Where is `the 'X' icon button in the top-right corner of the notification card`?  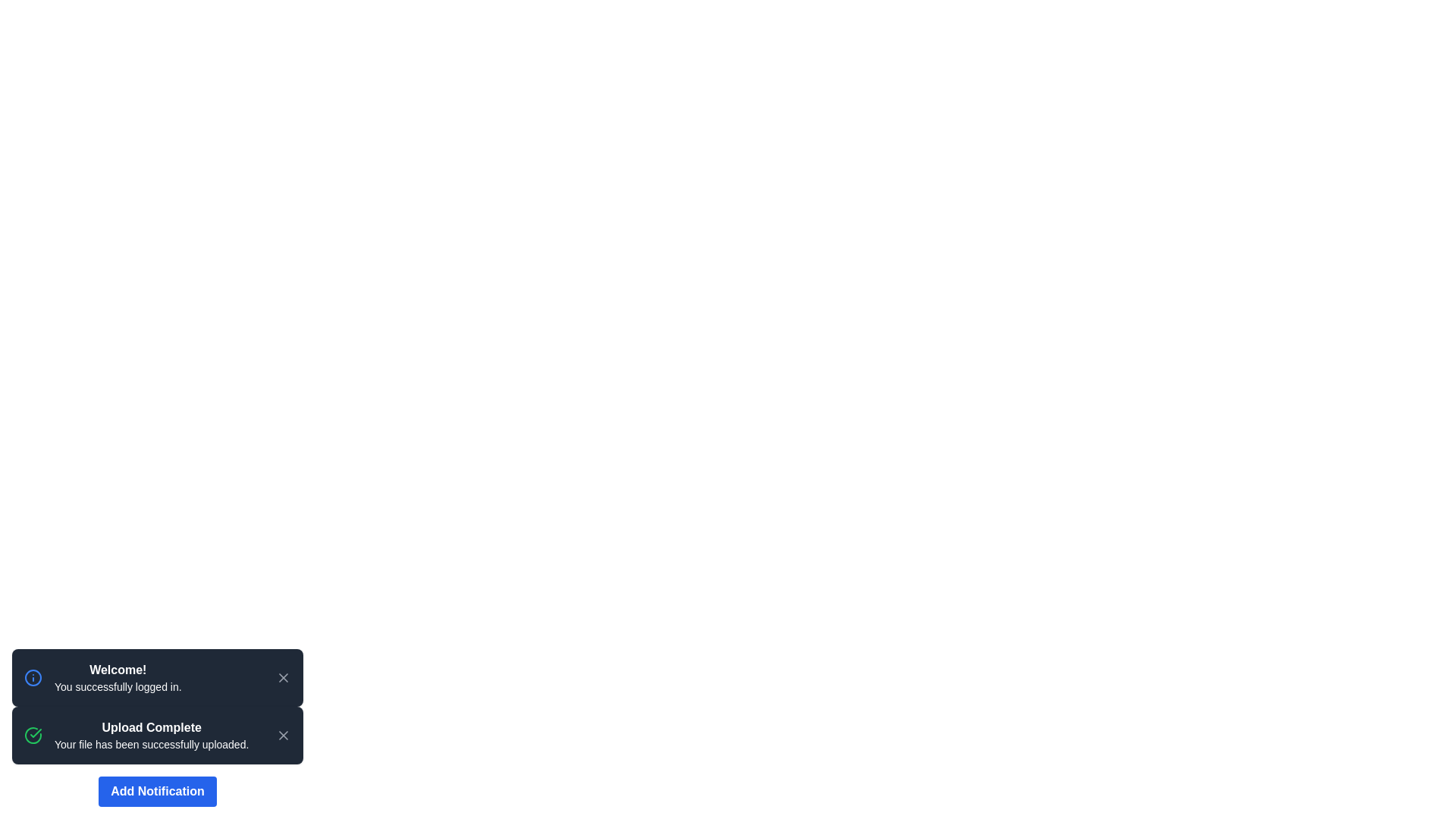
the 'X' icon button in the top-right corner of the notification card is located at coordinates (284, 734).